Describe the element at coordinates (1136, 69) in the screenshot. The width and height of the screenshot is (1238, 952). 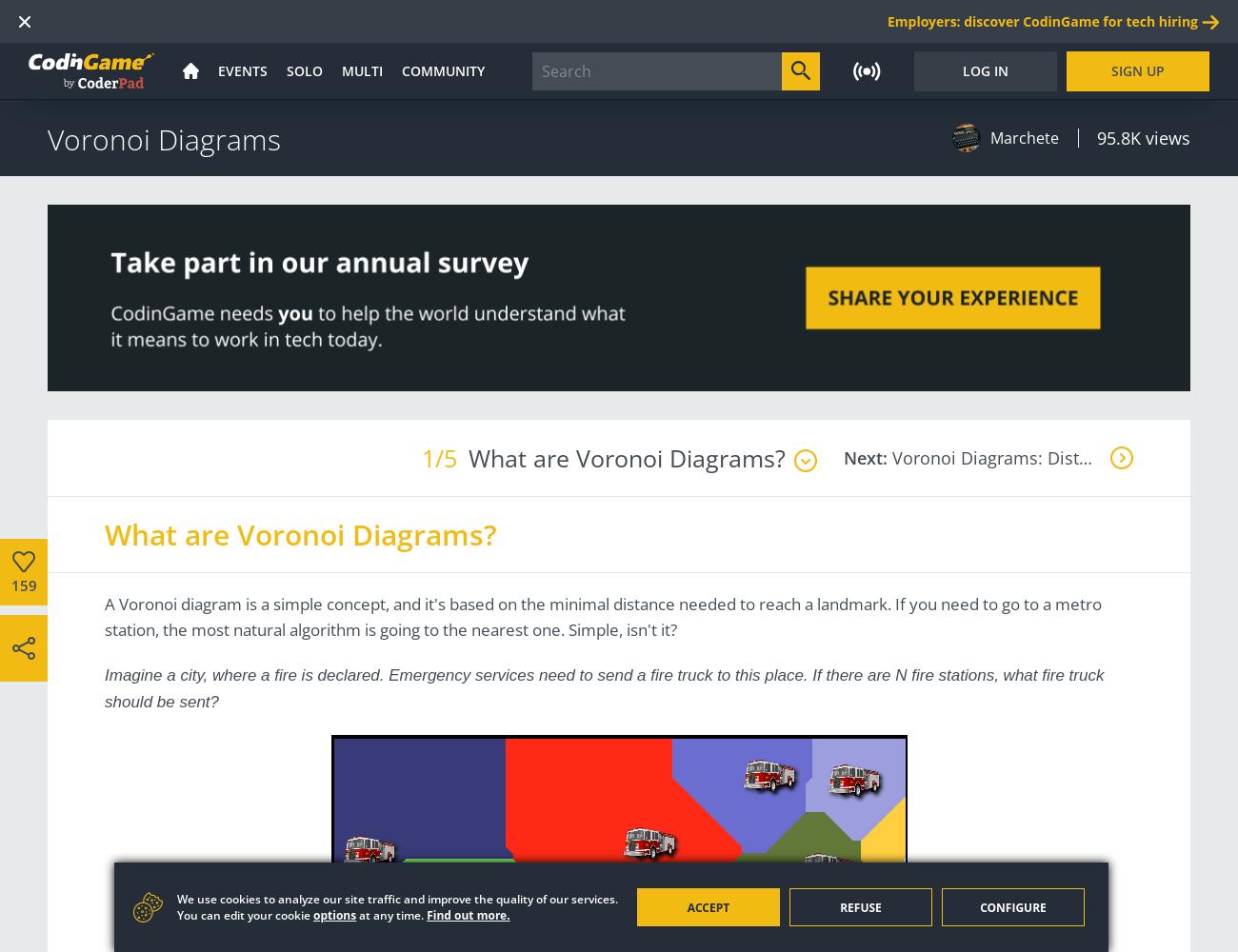
I see `'Sign Up'` at that location.